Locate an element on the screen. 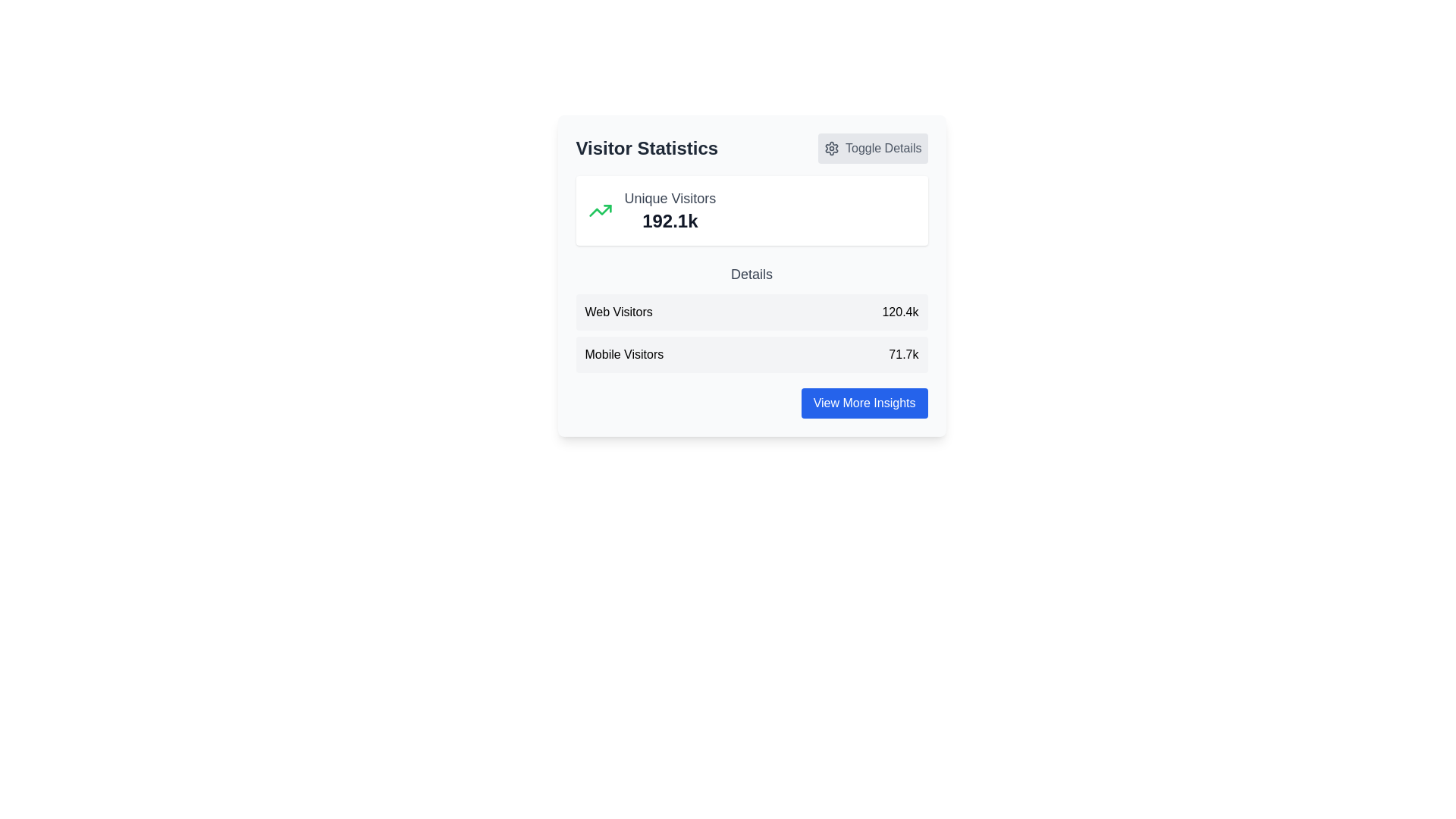 The width and height of the screenshot is (1456, 819). the button located in the top right corner of the 'Visitor Statistics' box is located at coordinates (873, 149).